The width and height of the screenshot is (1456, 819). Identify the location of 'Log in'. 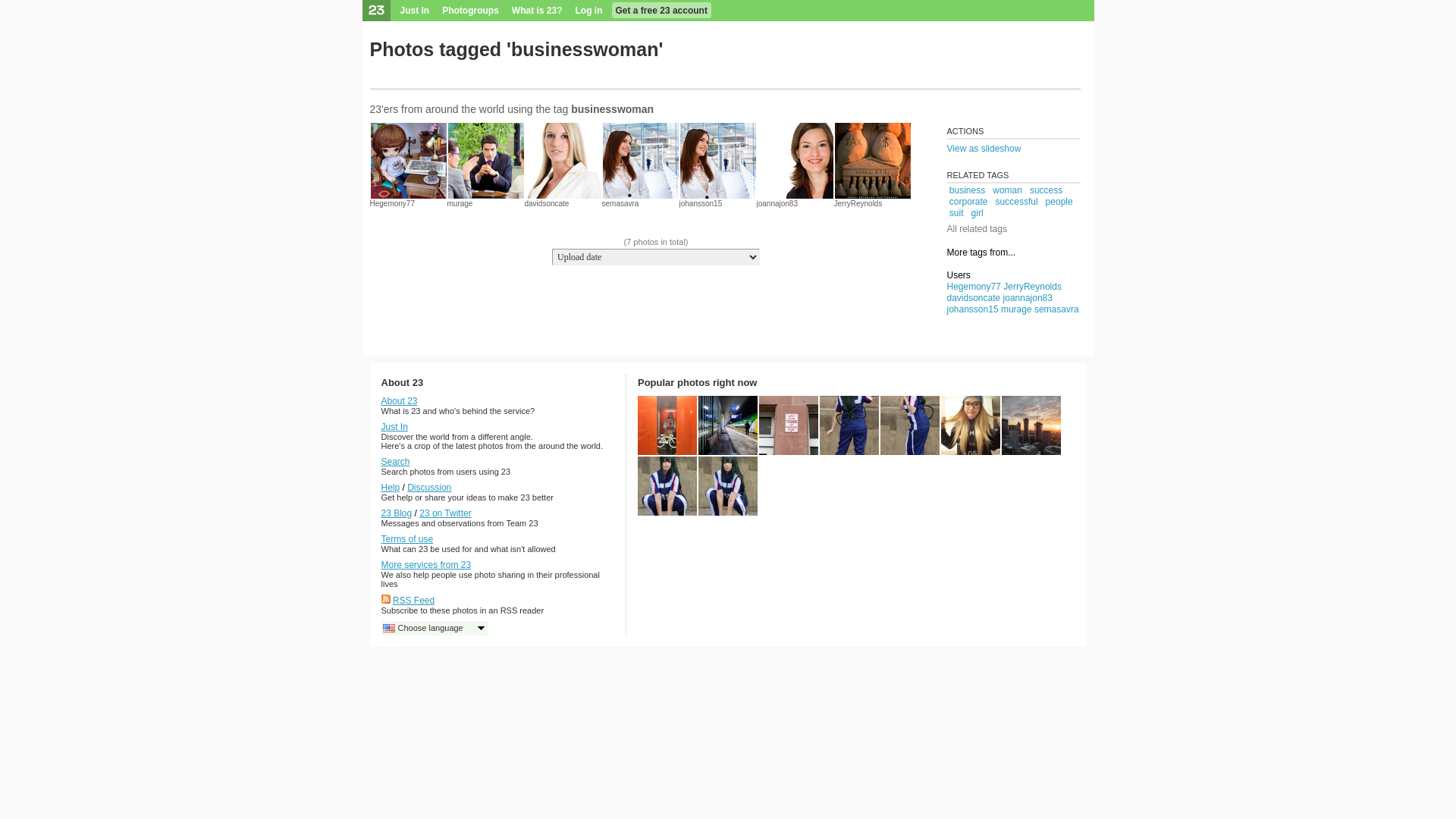
(588, 11).